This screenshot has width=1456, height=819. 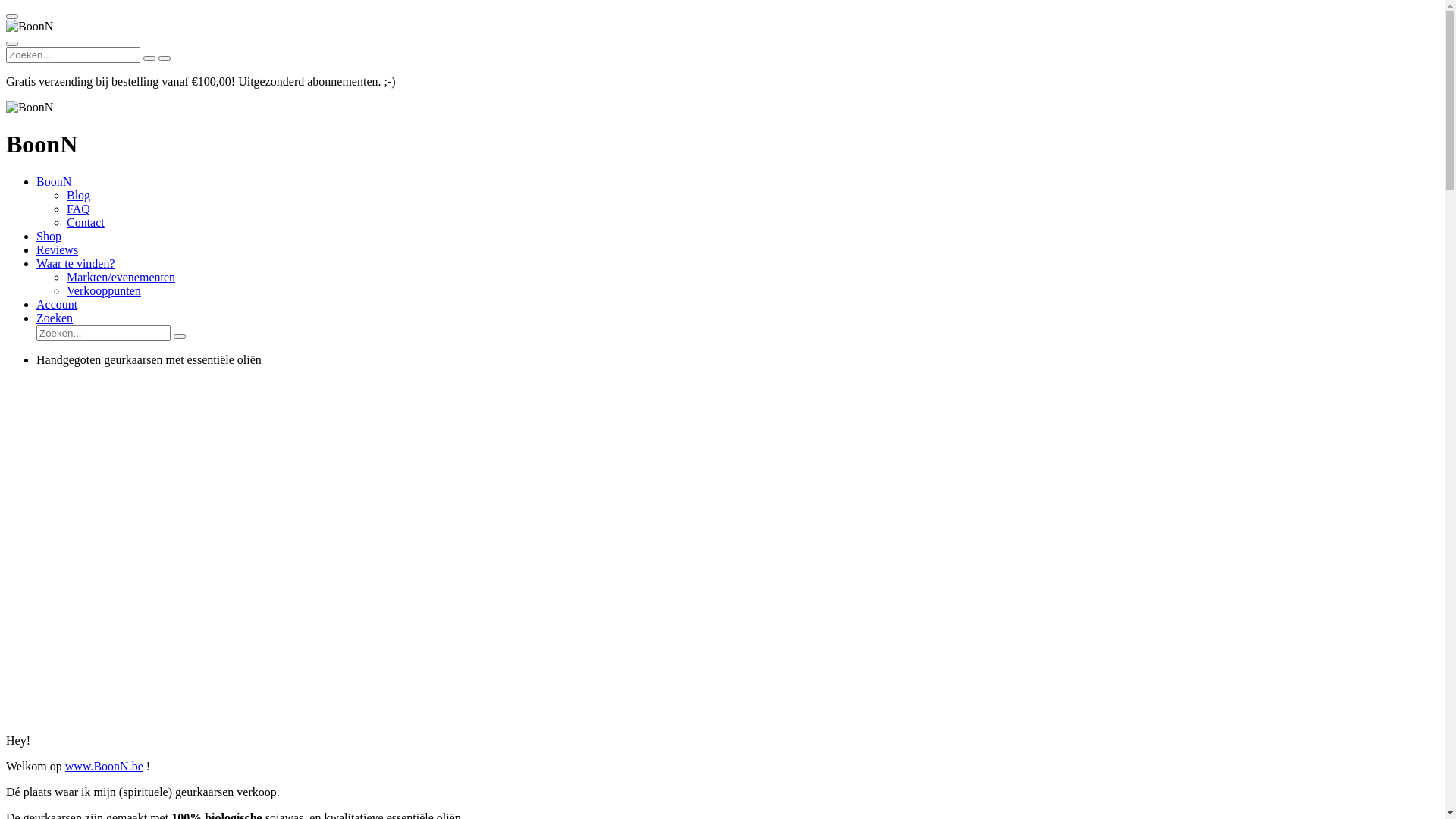 What do you see at coordinates (6, 26) in the screenshot?
I see `'BoonN'` at bounding box center [6, 26].